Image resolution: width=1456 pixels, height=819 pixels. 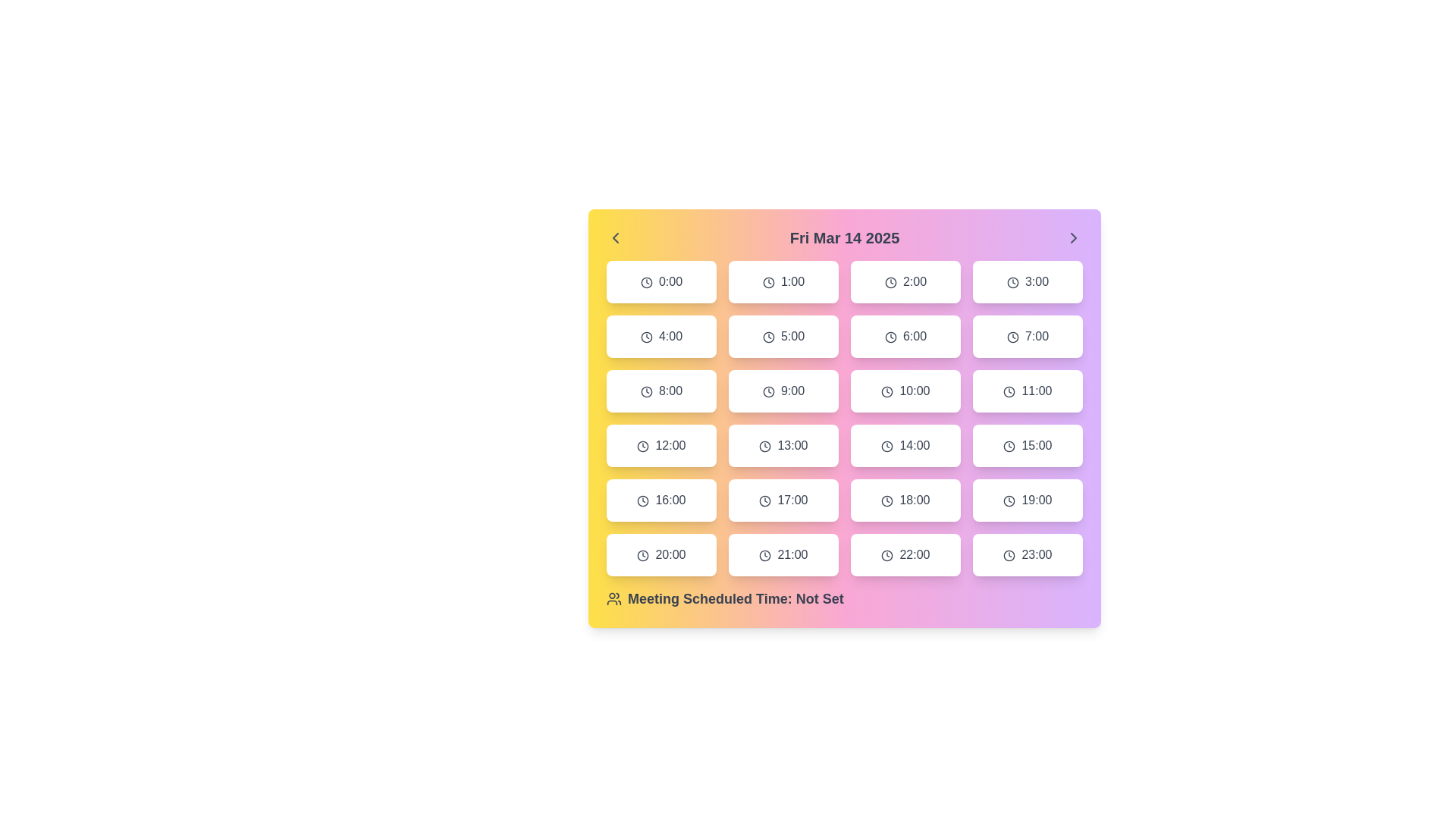 I want to click on the button that allows users to select the time 12:00, located in the first column of the fifth row in a scheduling interface grid, positioned below the '8:00' element and next to the '13:00' element, so click(x=661, y=444).